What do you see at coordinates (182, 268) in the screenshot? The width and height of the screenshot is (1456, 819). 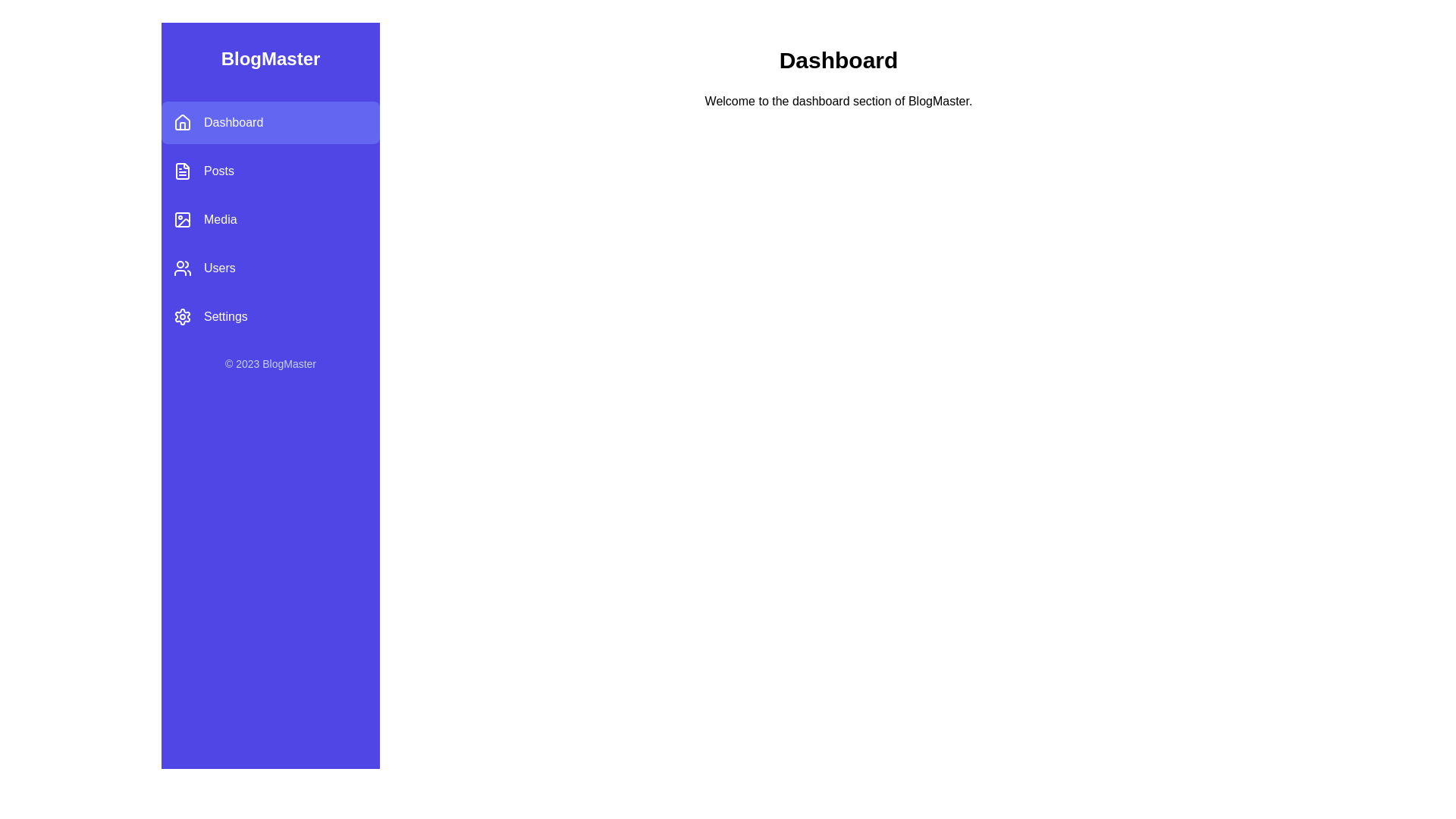 I see `the 'Users' icon in the sidebar menu, which visually represents the 'Users' section and is aligned with other similar menu items` at bounding box center [182, 268].